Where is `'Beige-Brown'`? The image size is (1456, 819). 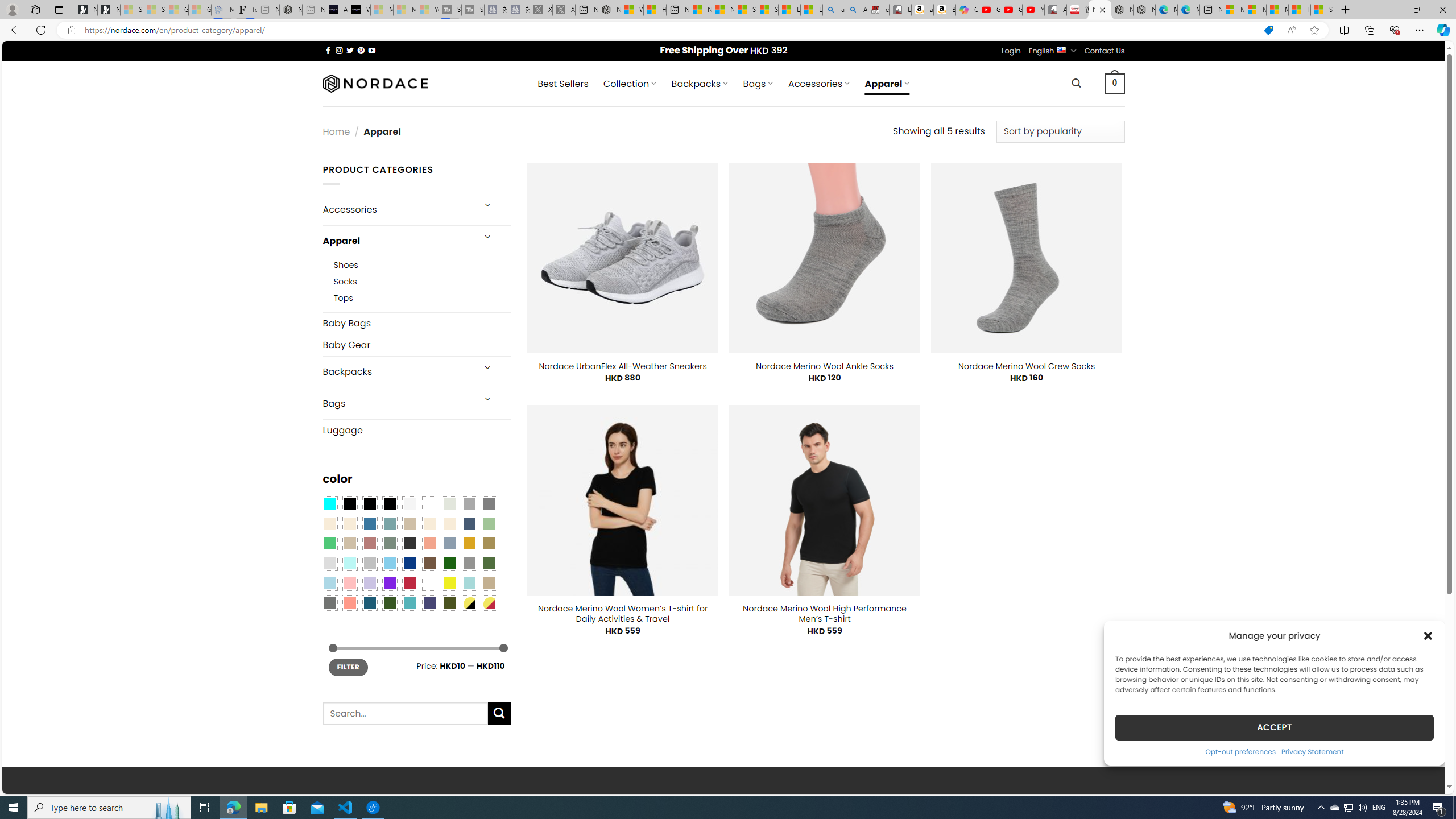
'Beige-Brown' is located at coordinates (349, 523).